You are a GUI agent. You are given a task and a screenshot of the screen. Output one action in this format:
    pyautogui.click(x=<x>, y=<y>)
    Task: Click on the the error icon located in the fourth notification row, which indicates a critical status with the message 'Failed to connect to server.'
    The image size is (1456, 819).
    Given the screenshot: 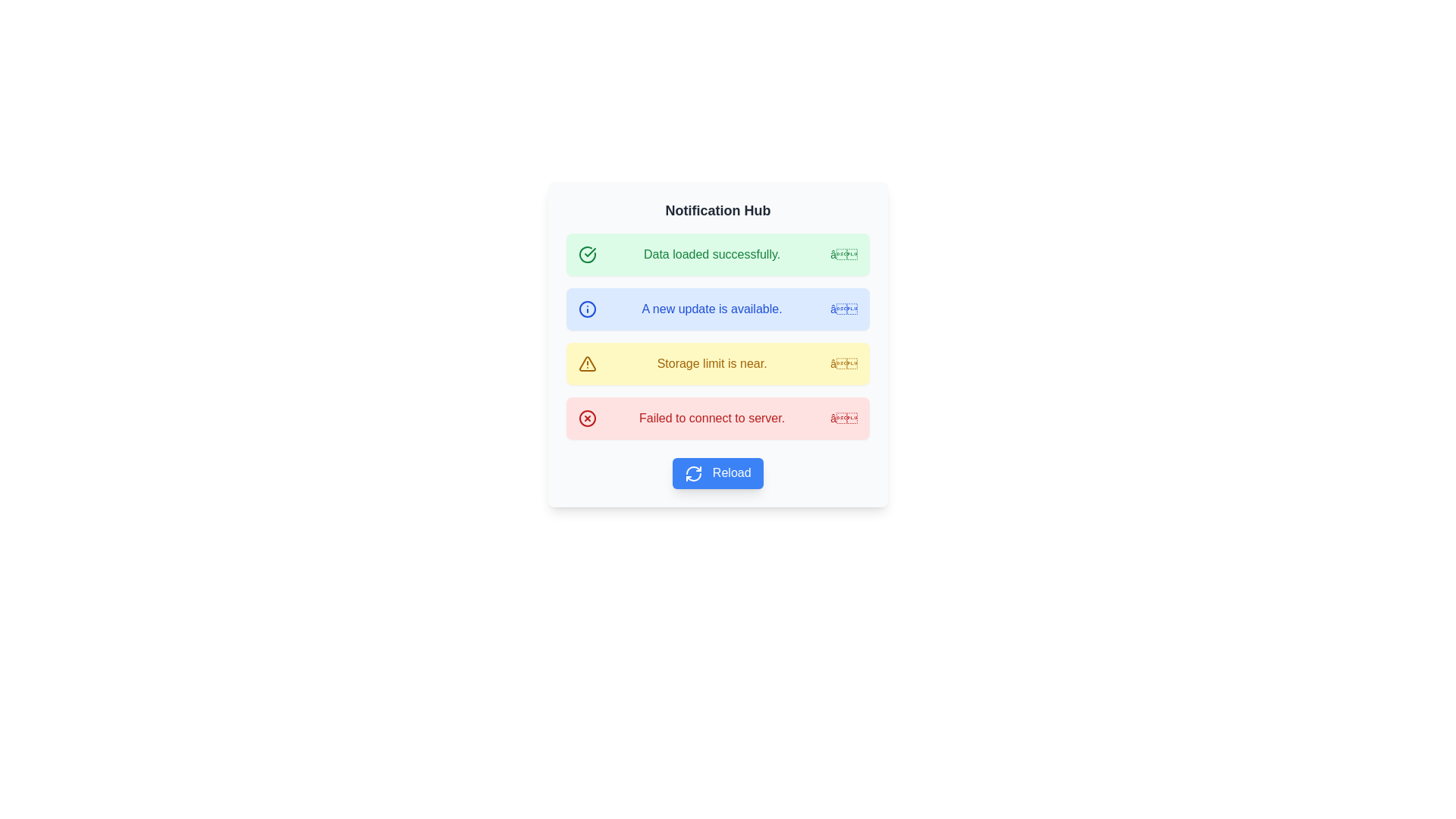 What is the action you would take?
    pyautogui.click(x=586, y=418)
    